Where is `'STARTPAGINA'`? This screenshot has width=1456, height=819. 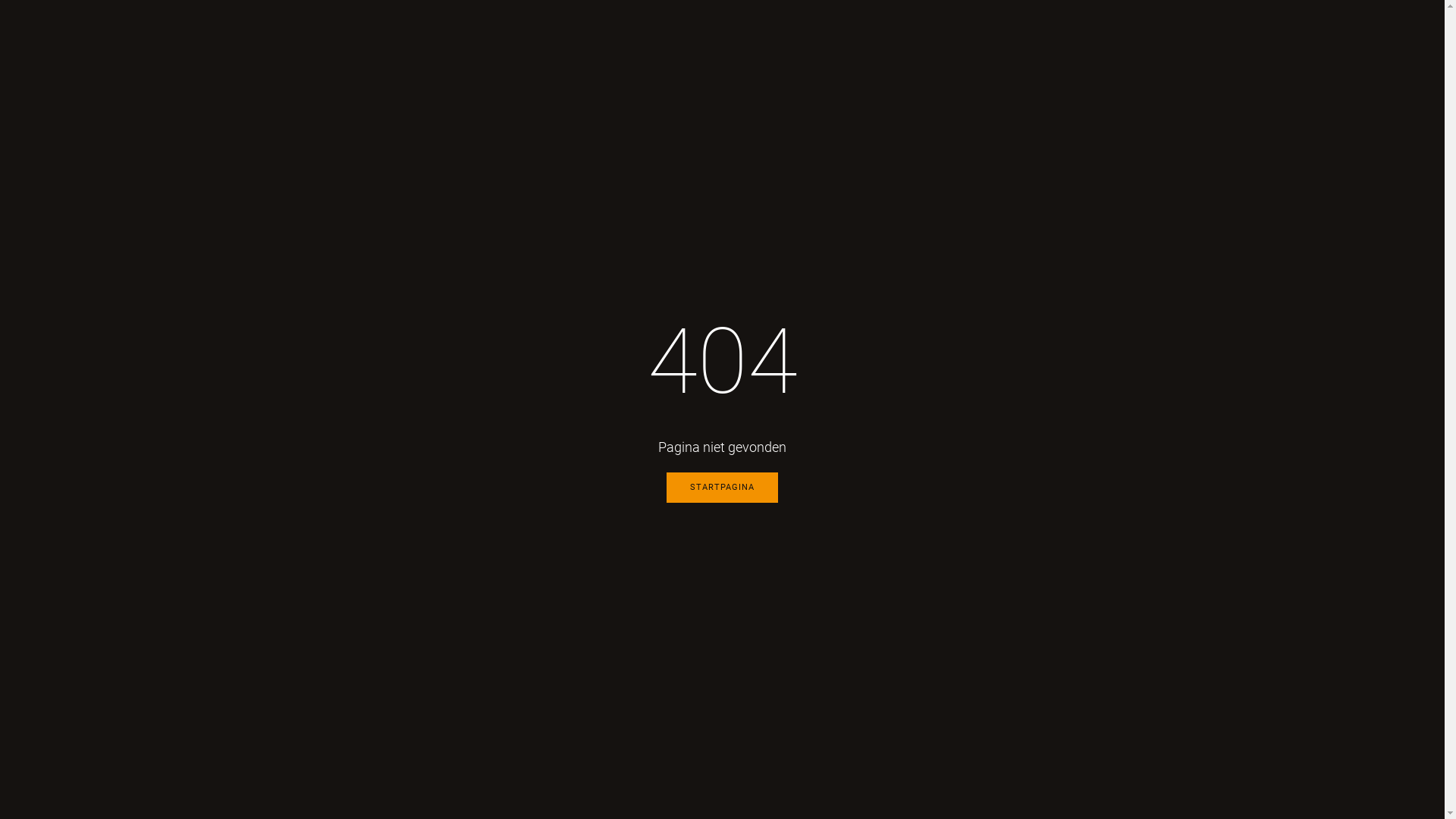 'STARTPAGINA' is located at coordinates (721, 488).